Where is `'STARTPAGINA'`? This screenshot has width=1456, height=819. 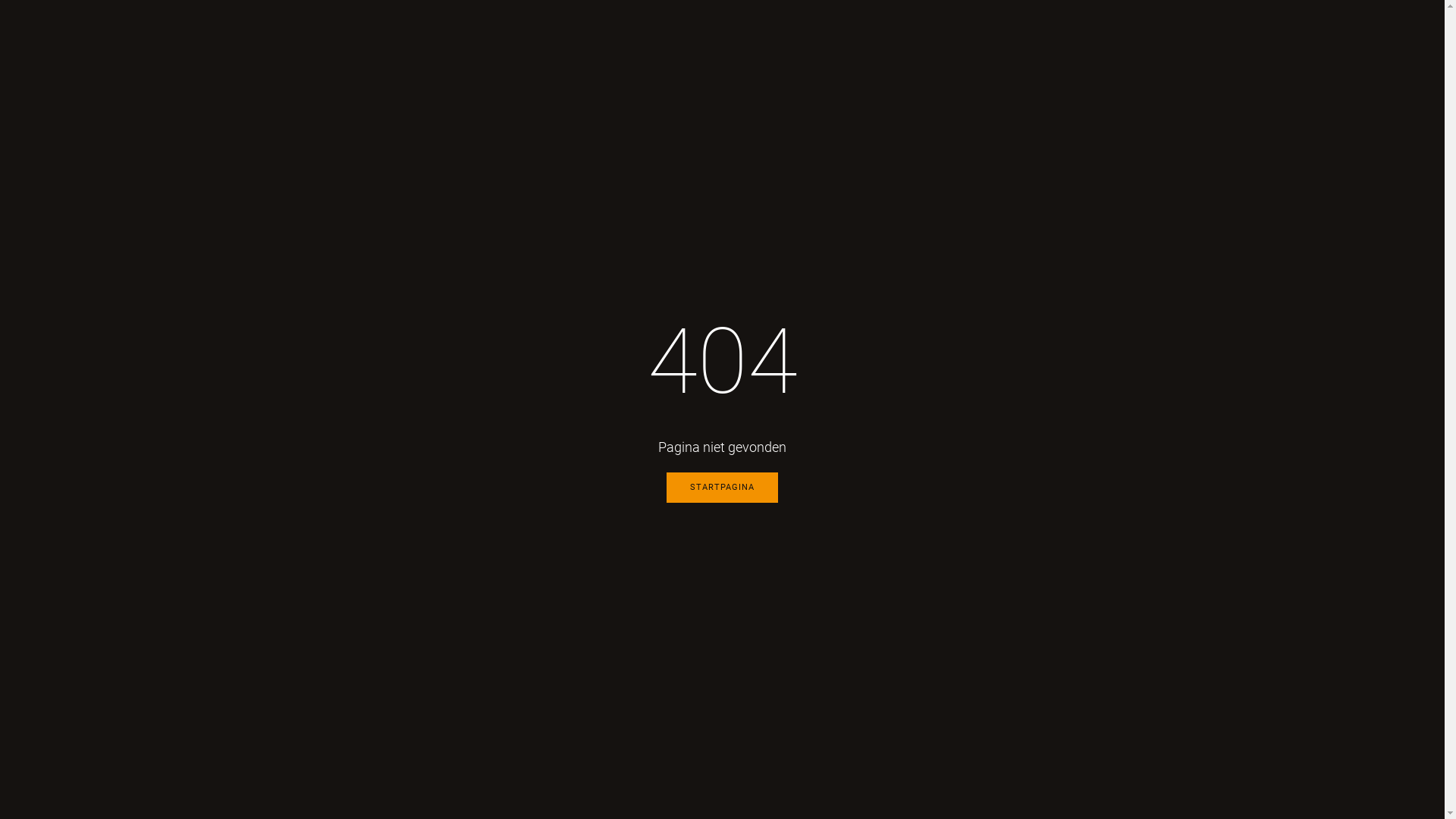 'STARTPAGINA' is located at coordinates (721, 488).